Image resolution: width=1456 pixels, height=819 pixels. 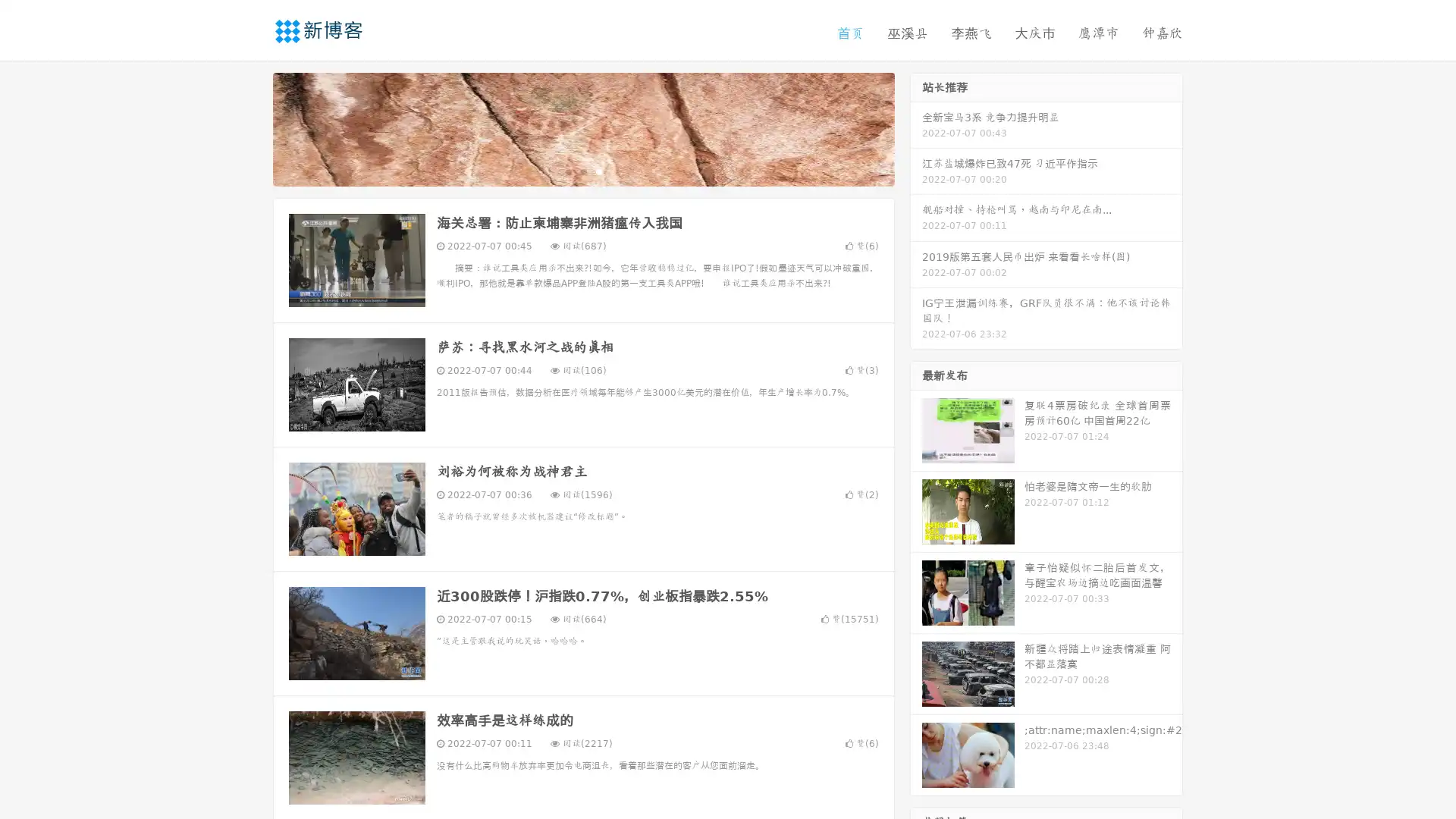 What do you see at coordinates (916, 127) in the screenshot?
I see `Next slide` at bounding box center [916, 127].